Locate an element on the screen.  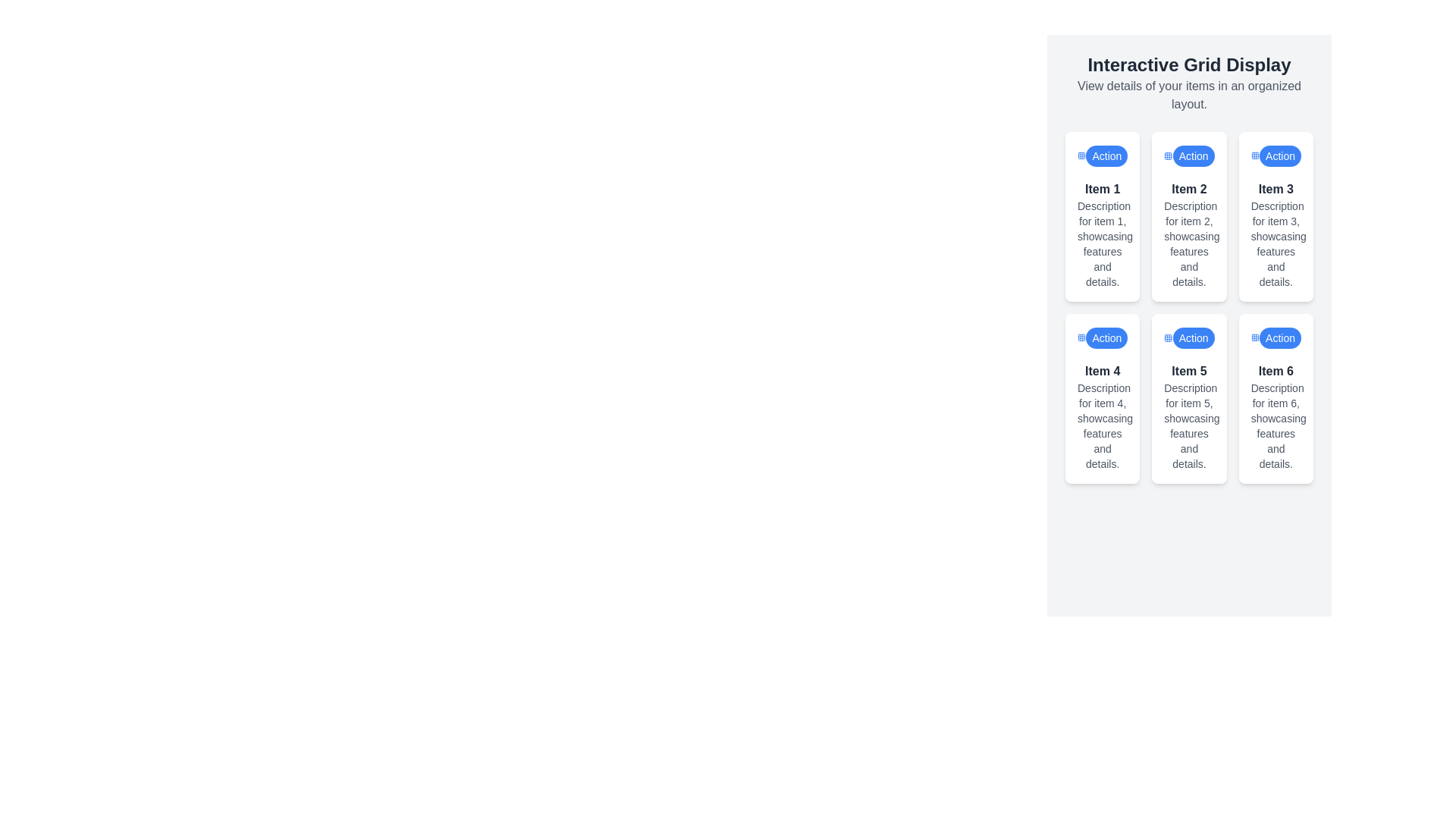
the button located in the top-left corner of the first card in the grid layout, above the heading 'Item 1' is located at coordinates (1103, 155).